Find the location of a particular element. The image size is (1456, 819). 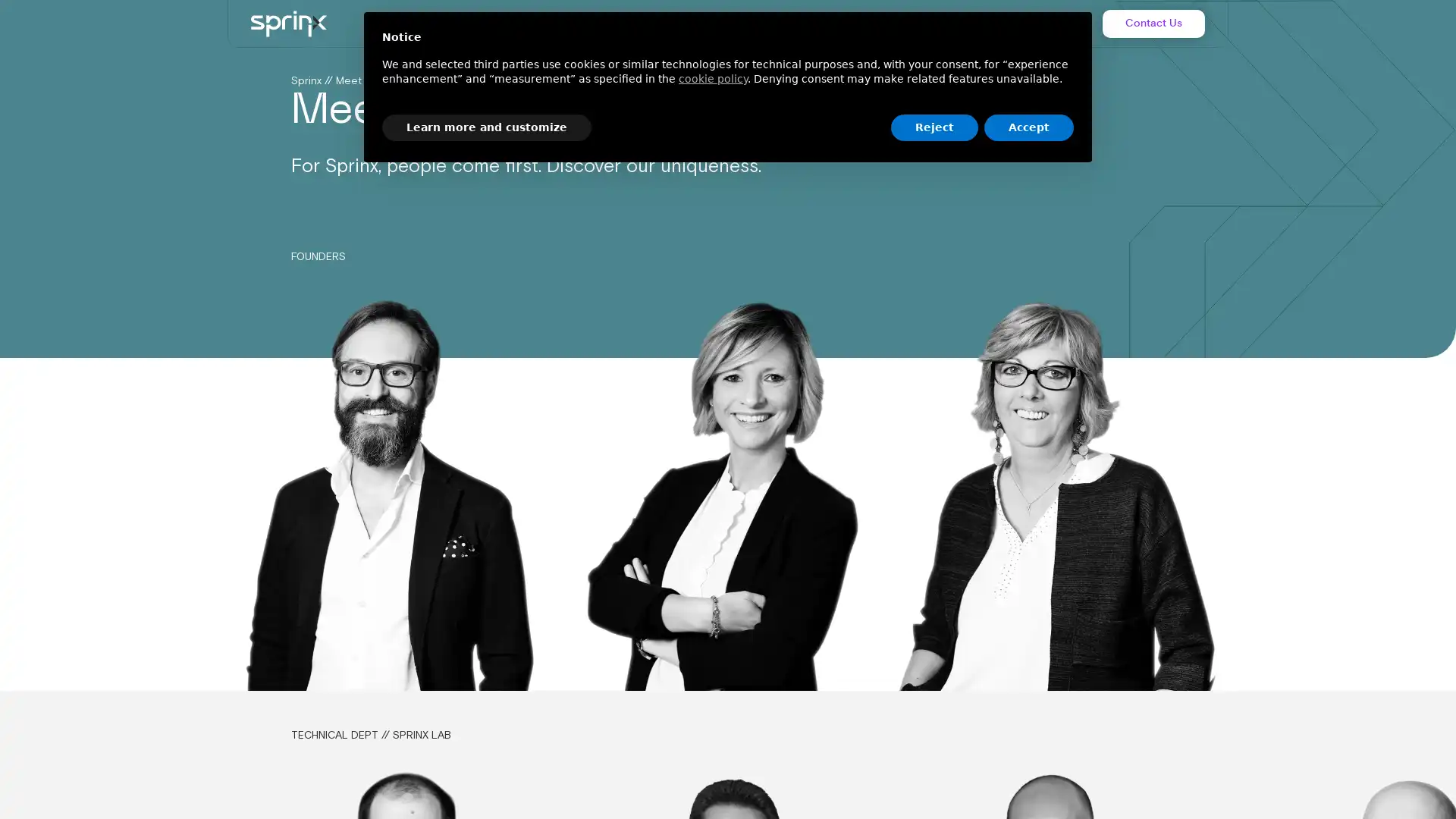

Reject is located at coordinates (934, 127).